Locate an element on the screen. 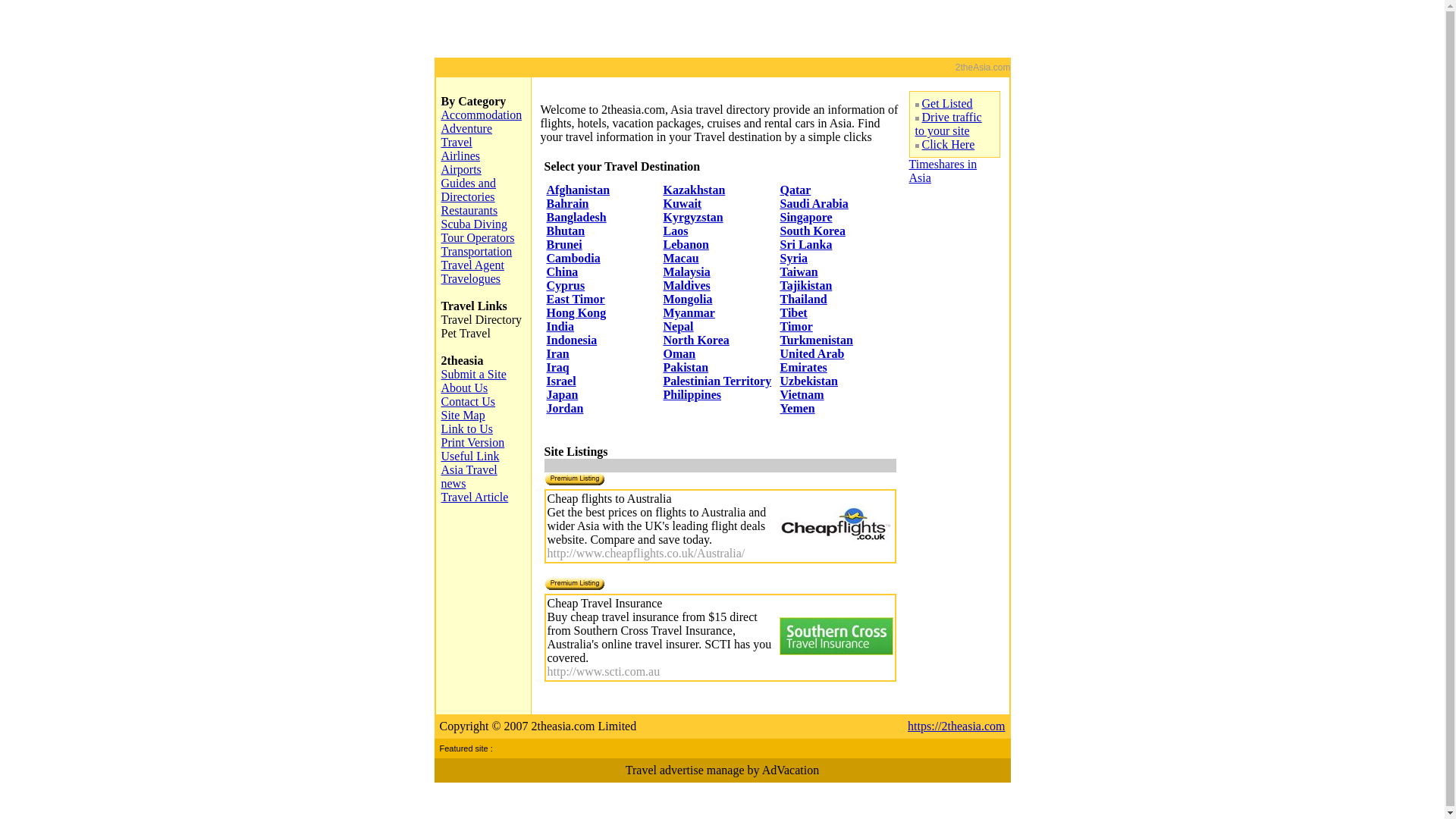 The image size is (1456, 819). 'Adventure Travel' is located at coordinates (466, 134).